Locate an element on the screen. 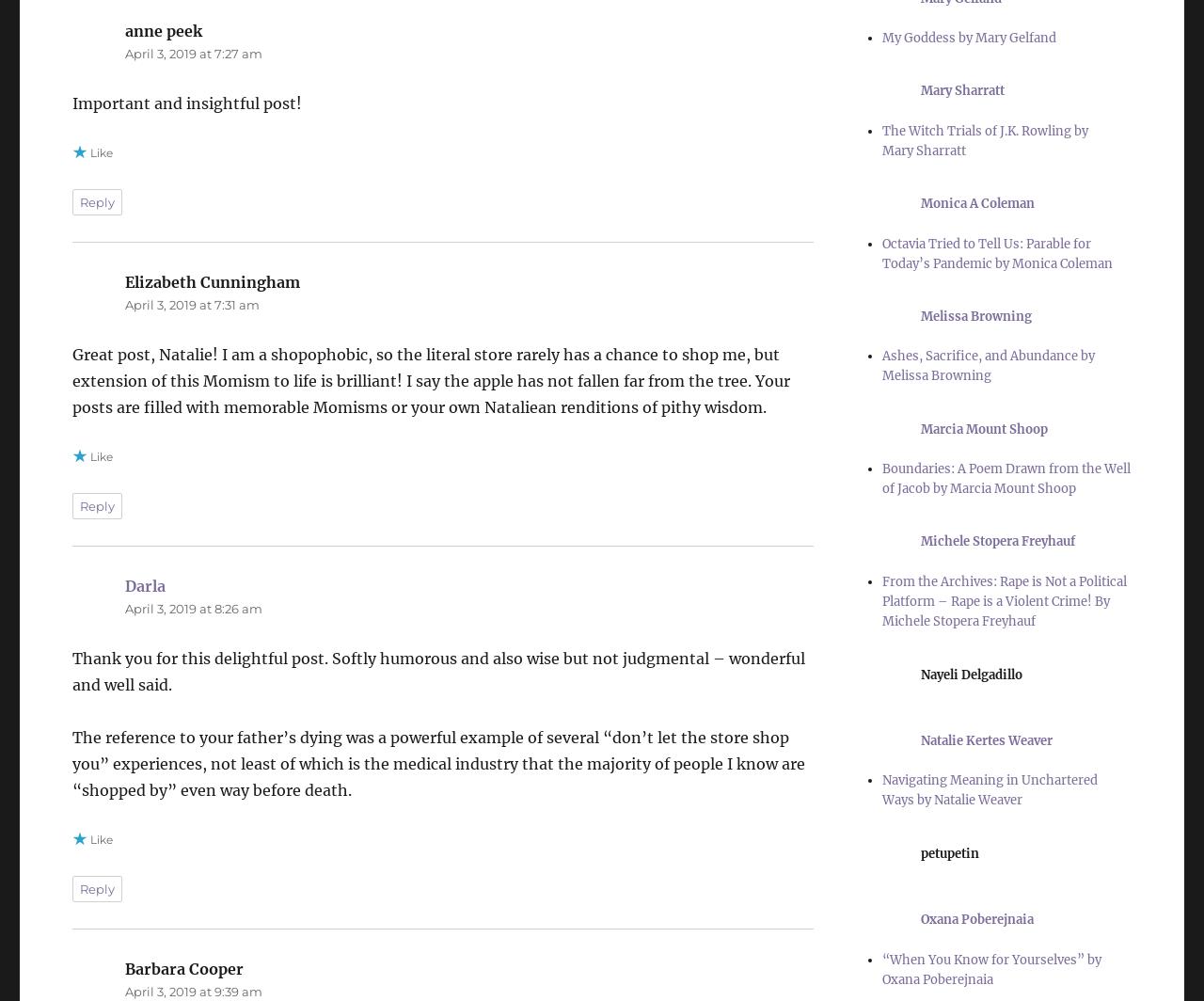  'petupetin' is located at coordinates (920, 852).